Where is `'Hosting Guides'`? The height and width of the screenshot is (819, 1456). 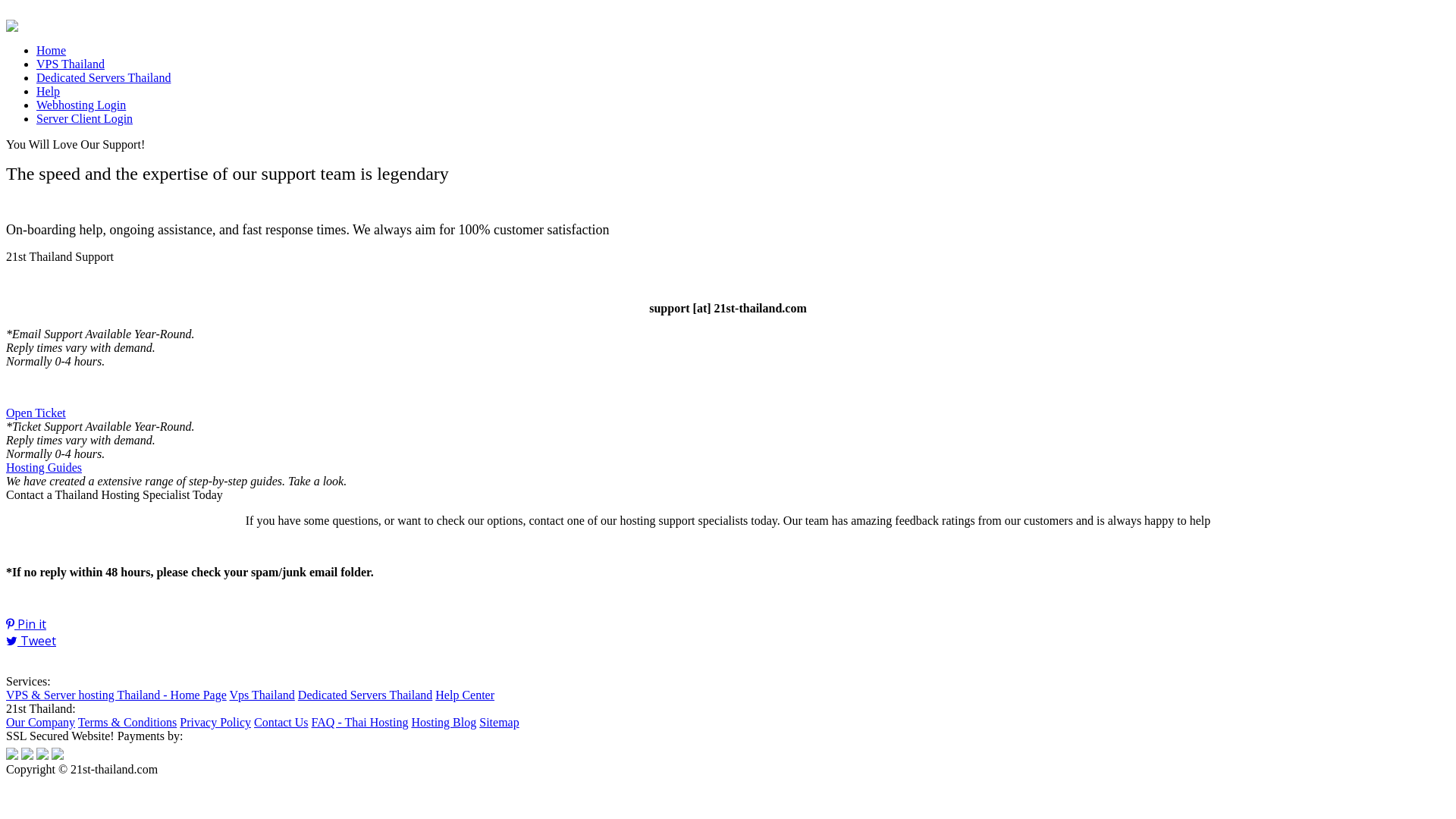 'Hosting Guides' is located at coordinates (43, 466).